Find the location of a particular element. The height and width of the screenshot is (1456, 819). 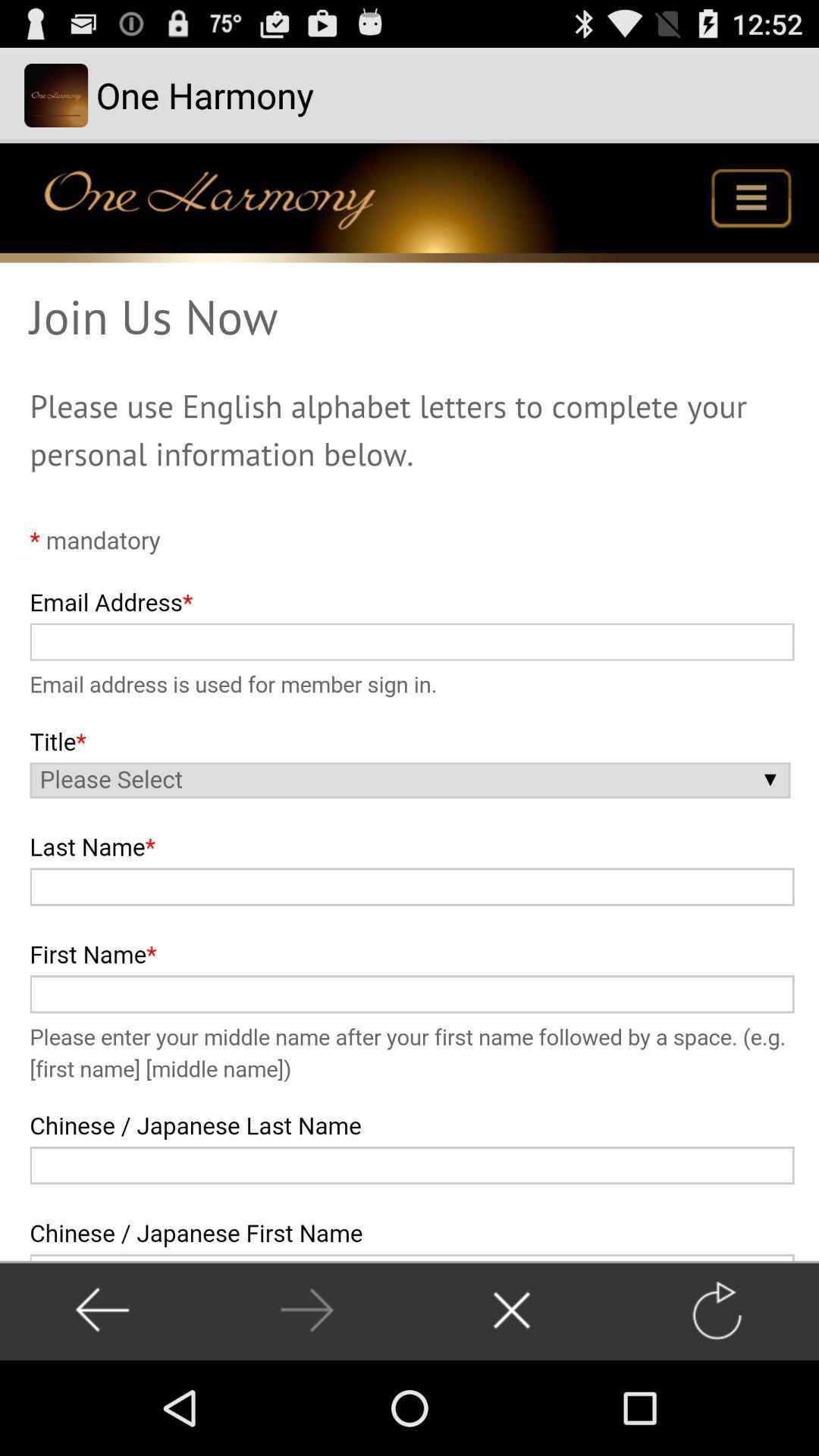

the refresh icon is located at coordinates (717, 1401).